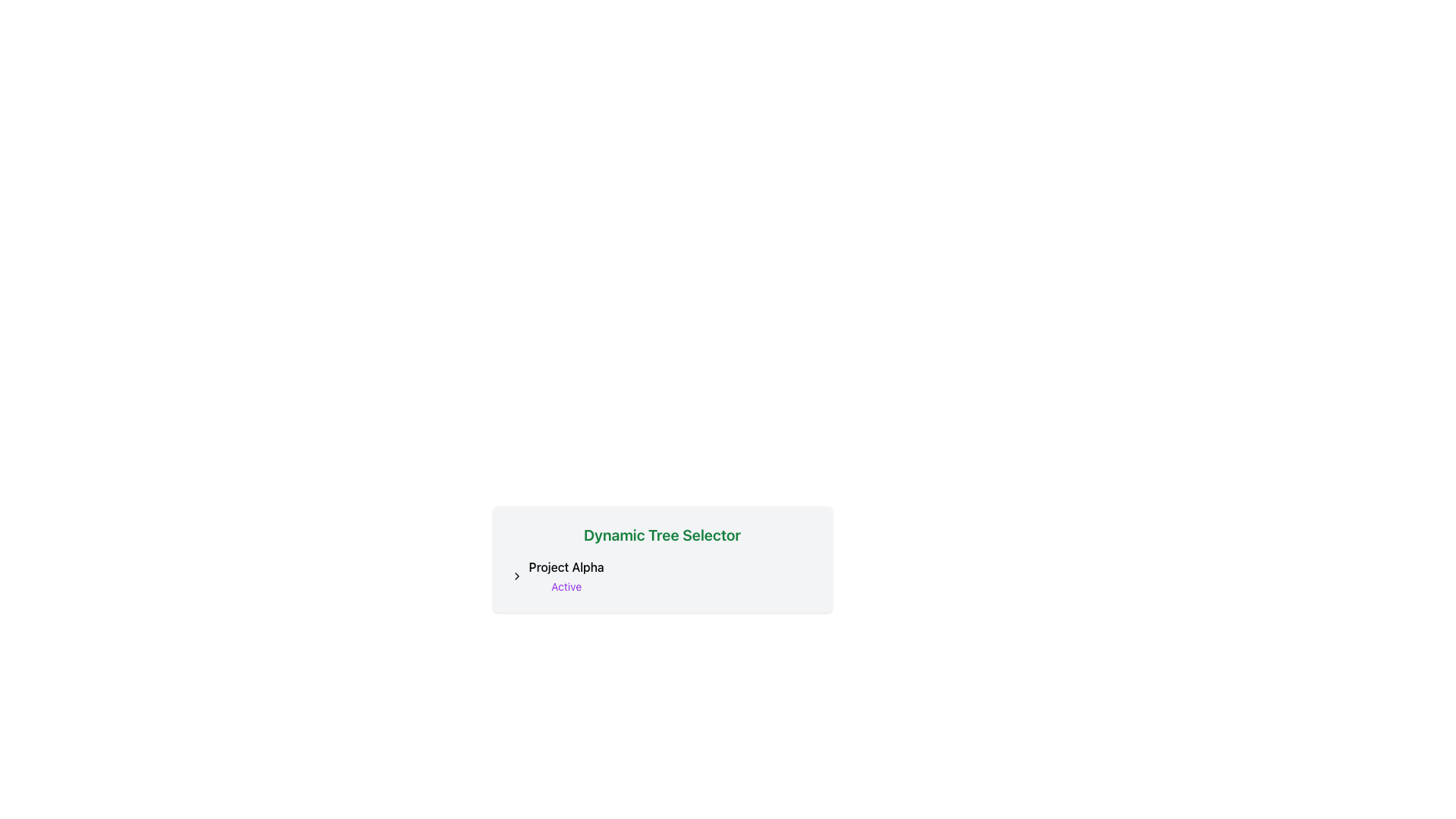 The image size is (1456, 819). What do you see at coordinates (516, 576) in the screenshot?
I see `the chevron icon located next to the 'Project Alpha' entry` at bounding box center [516, 576].